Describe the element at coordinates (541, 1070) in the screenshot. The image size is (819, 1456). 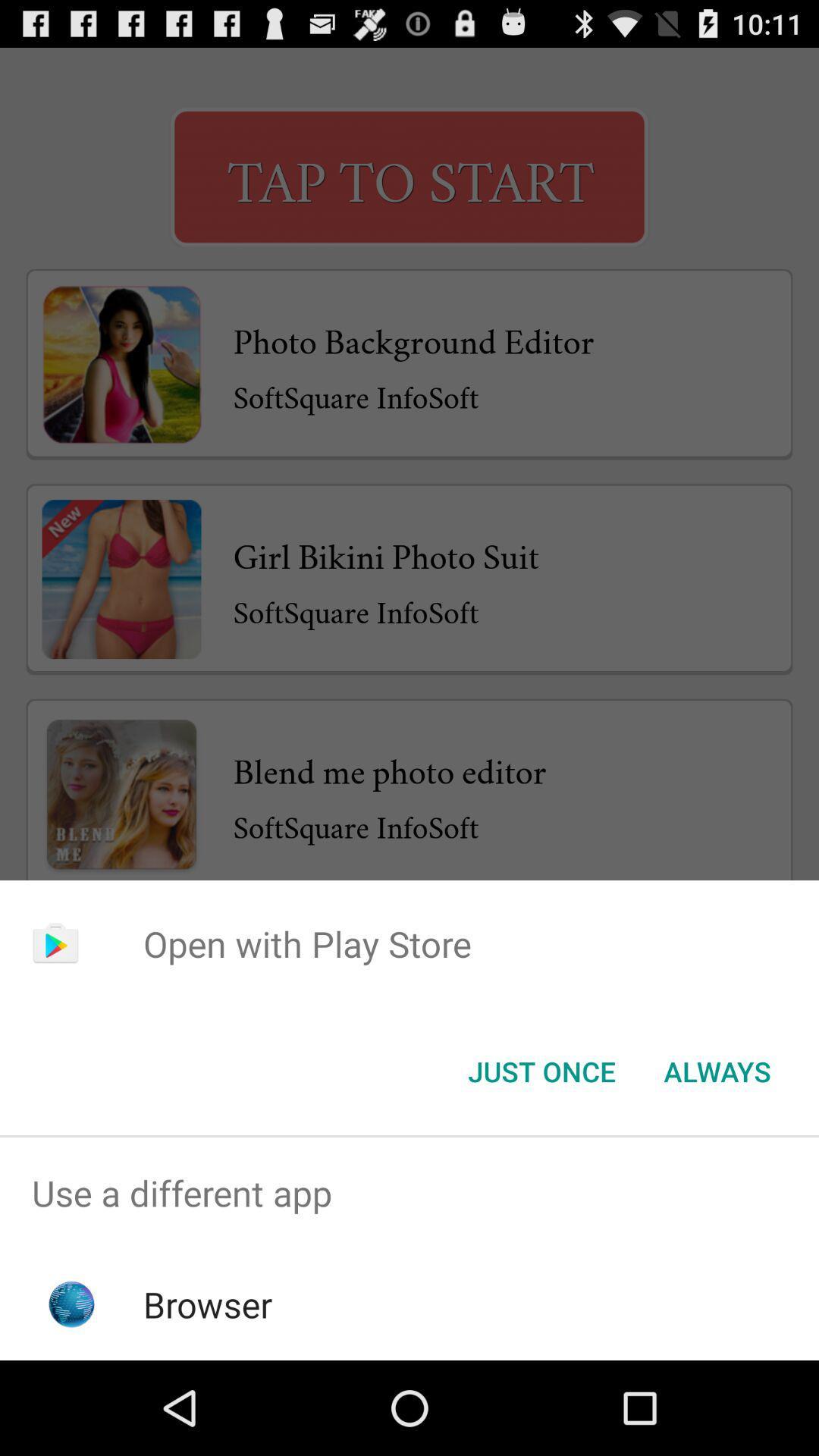
I see `icon below the open with play icon` at that location.